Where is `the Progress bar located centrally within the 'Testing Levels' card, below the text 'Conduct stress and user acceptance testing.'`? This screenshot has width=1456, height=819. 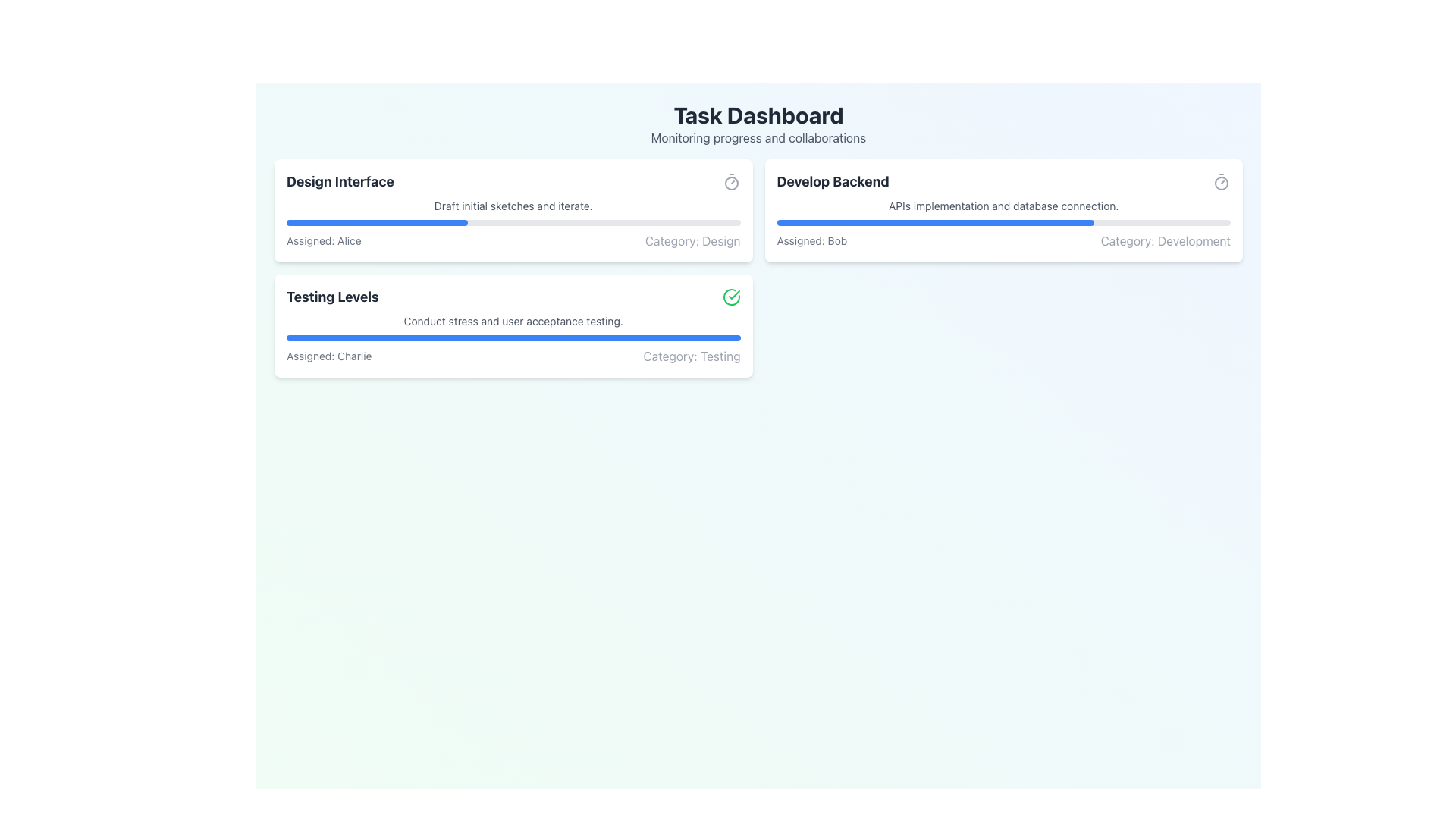
the Progress bar located centrally within the 'Testing Levels' card, below the text 'Conduct stress and user acceptance testing.' is located at coordinates (513, 337).